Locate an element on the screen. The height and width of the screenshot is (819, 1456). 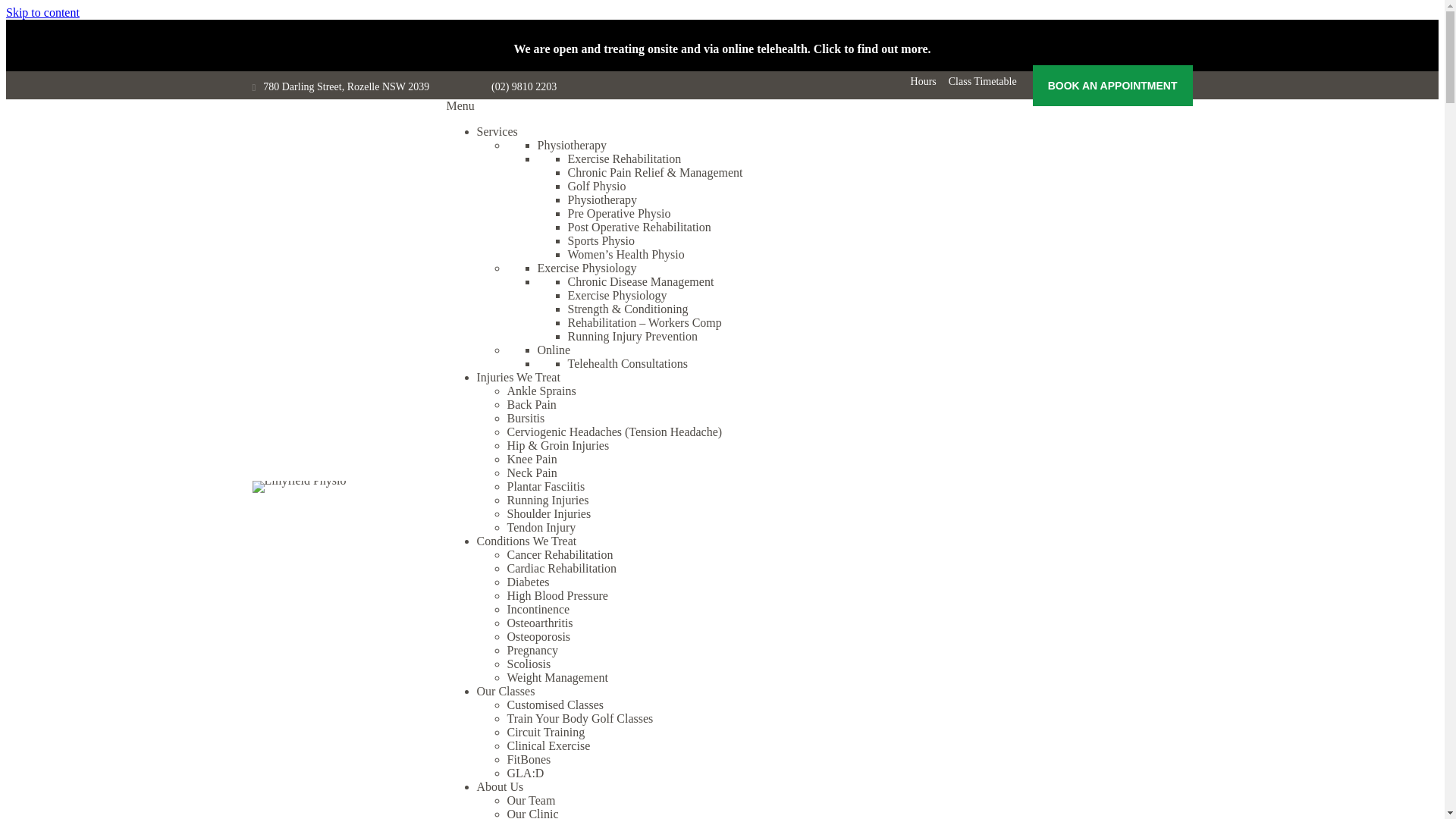
'Exercise Rehabilitation' is located at coordinates (566, 158).